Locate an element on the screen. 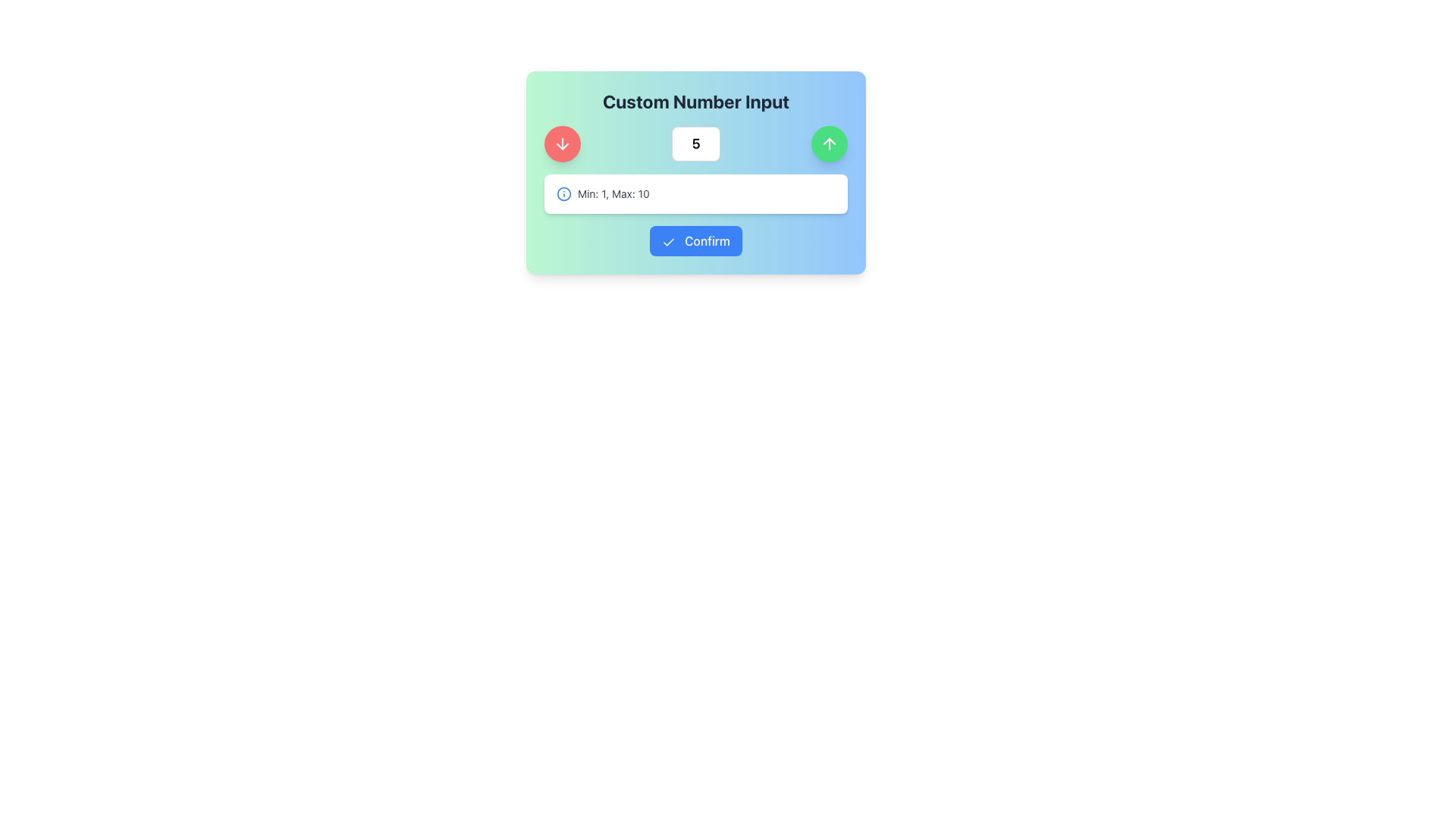 The width and height of the screenshot is (1456, 819). the increment control button located at the far right of the horizontal arrangement, which is the third button next to a text input box displaying '5' is located at coordinates (829, 143).